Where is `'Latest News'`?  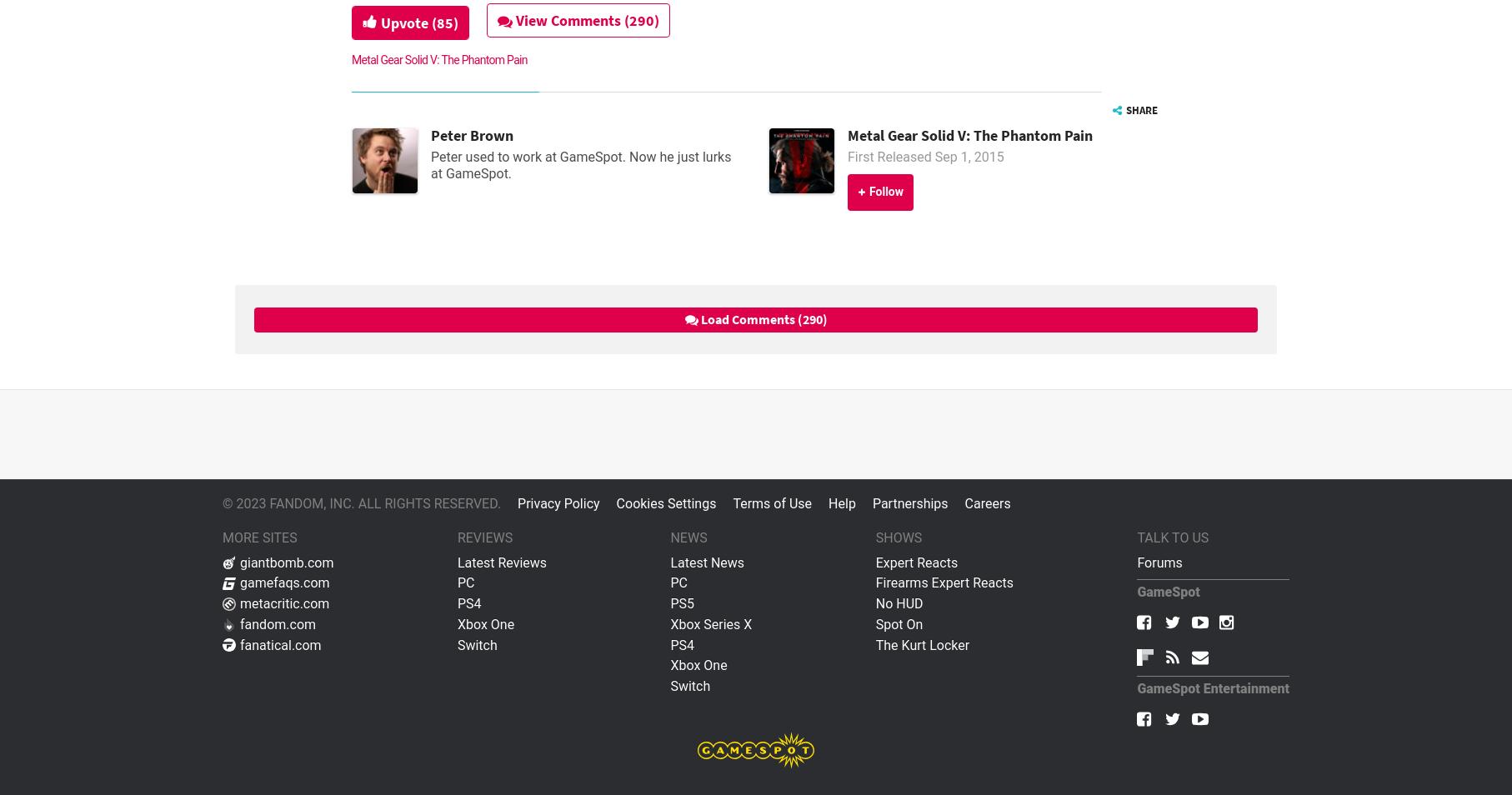 'Latest News' is located at coordinates (706, 561).